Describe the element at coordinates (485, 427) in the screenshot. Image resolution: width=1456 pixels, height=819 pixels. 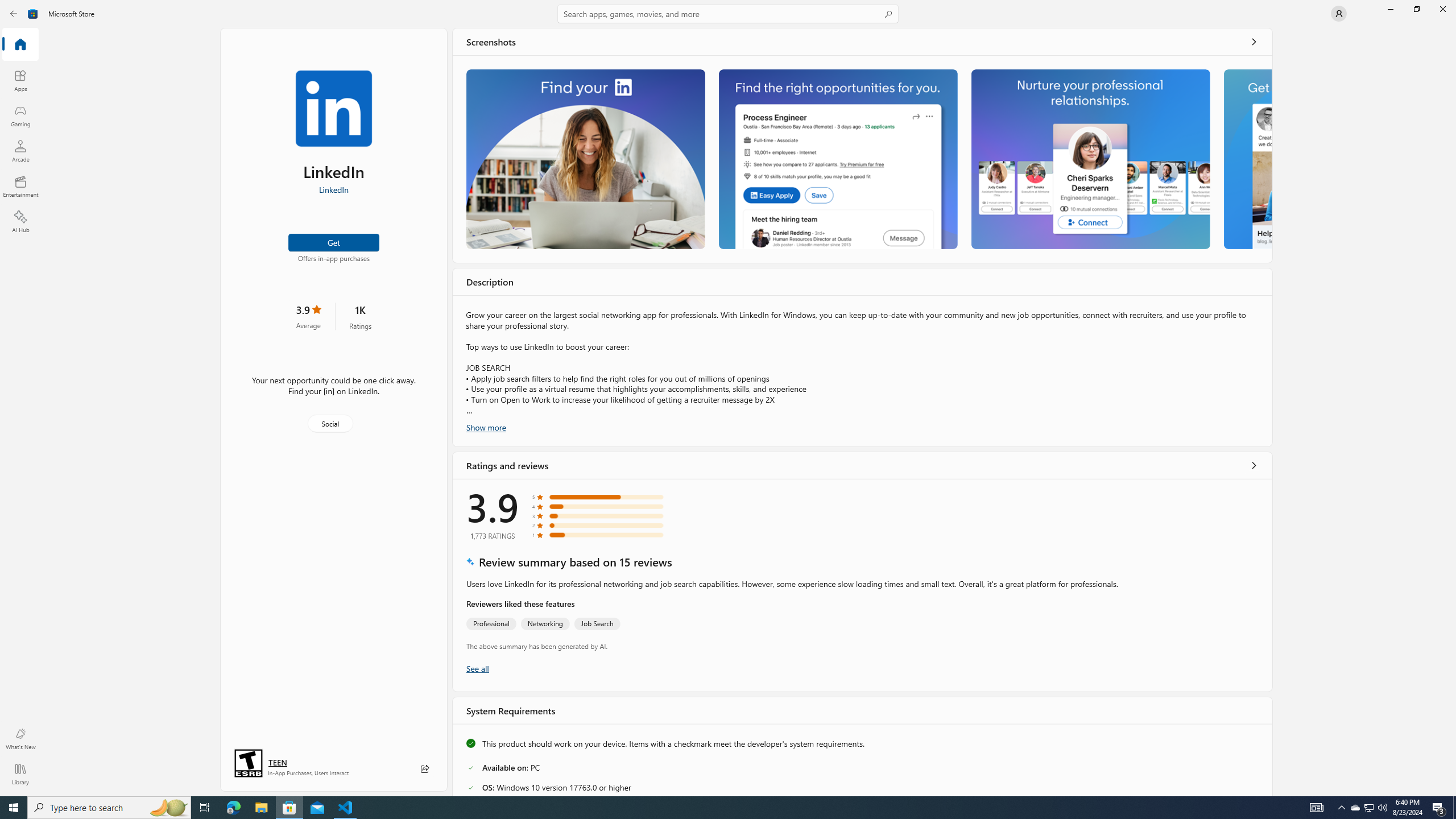
I see `'Show more'` at that location.